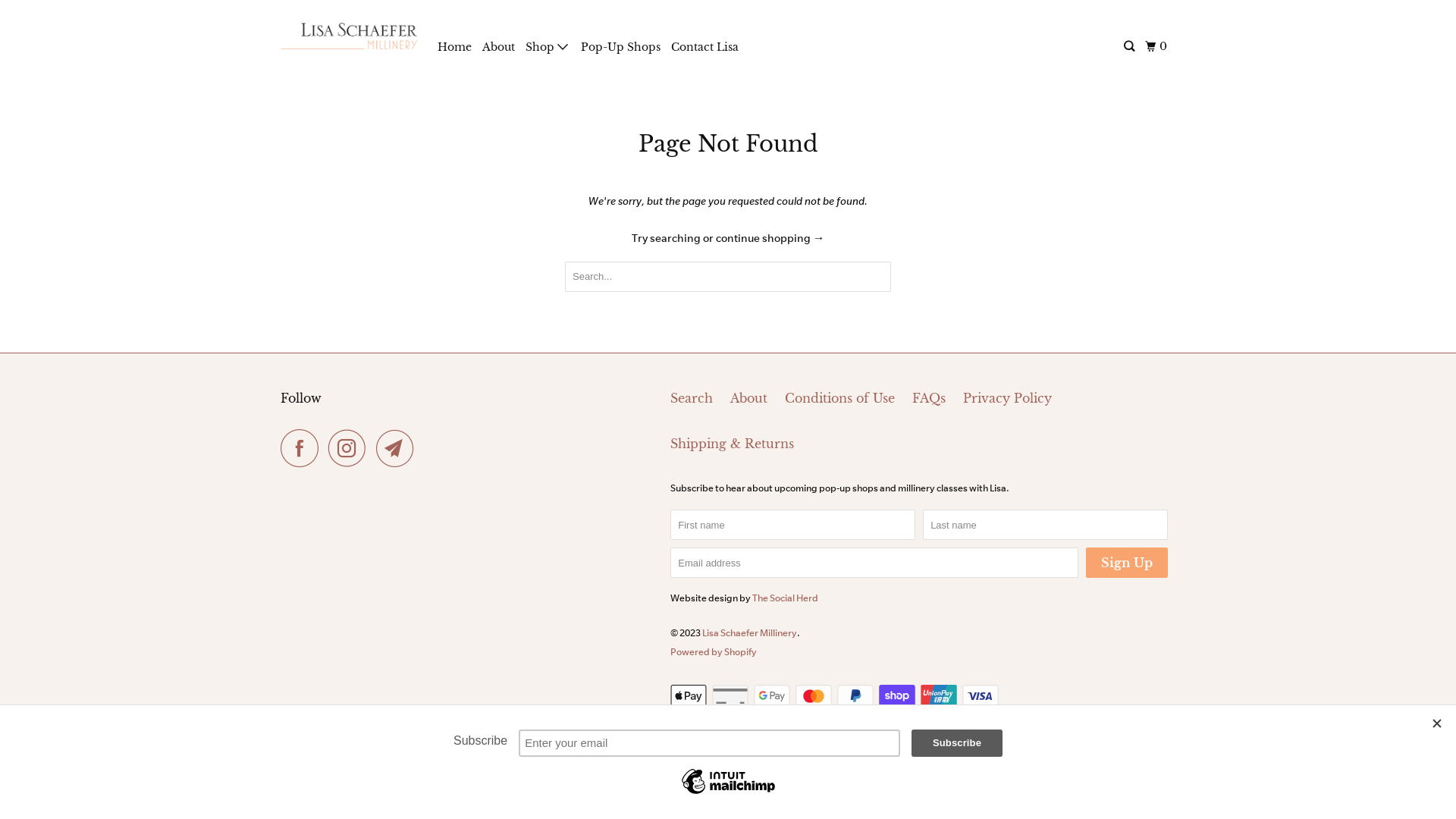  What do you see at coordinates (1130, 45) in the screenshot?
I see `'Search'` at bounding box center [1130, 45].